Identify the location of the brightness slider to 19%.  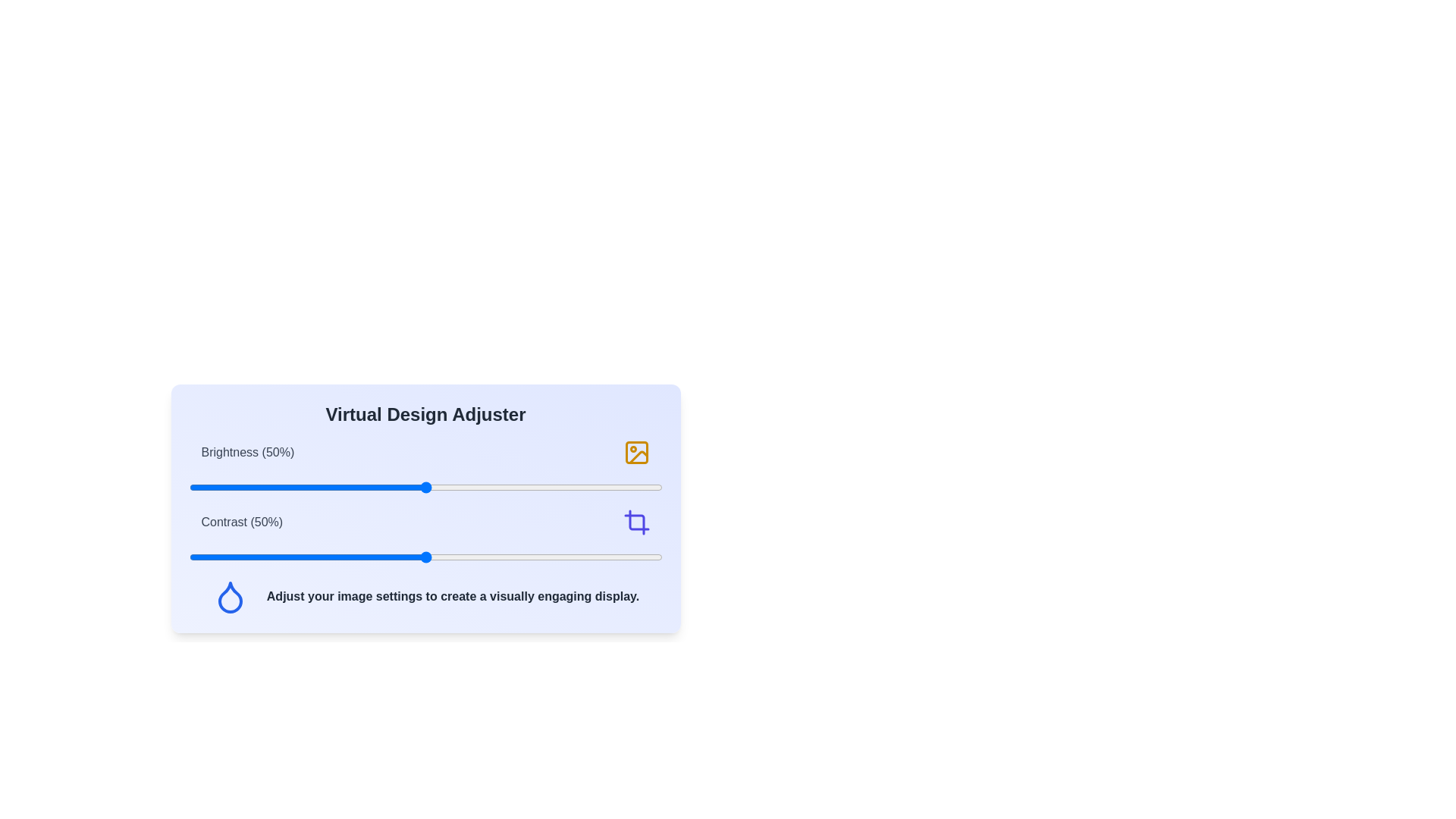
(279, 488).